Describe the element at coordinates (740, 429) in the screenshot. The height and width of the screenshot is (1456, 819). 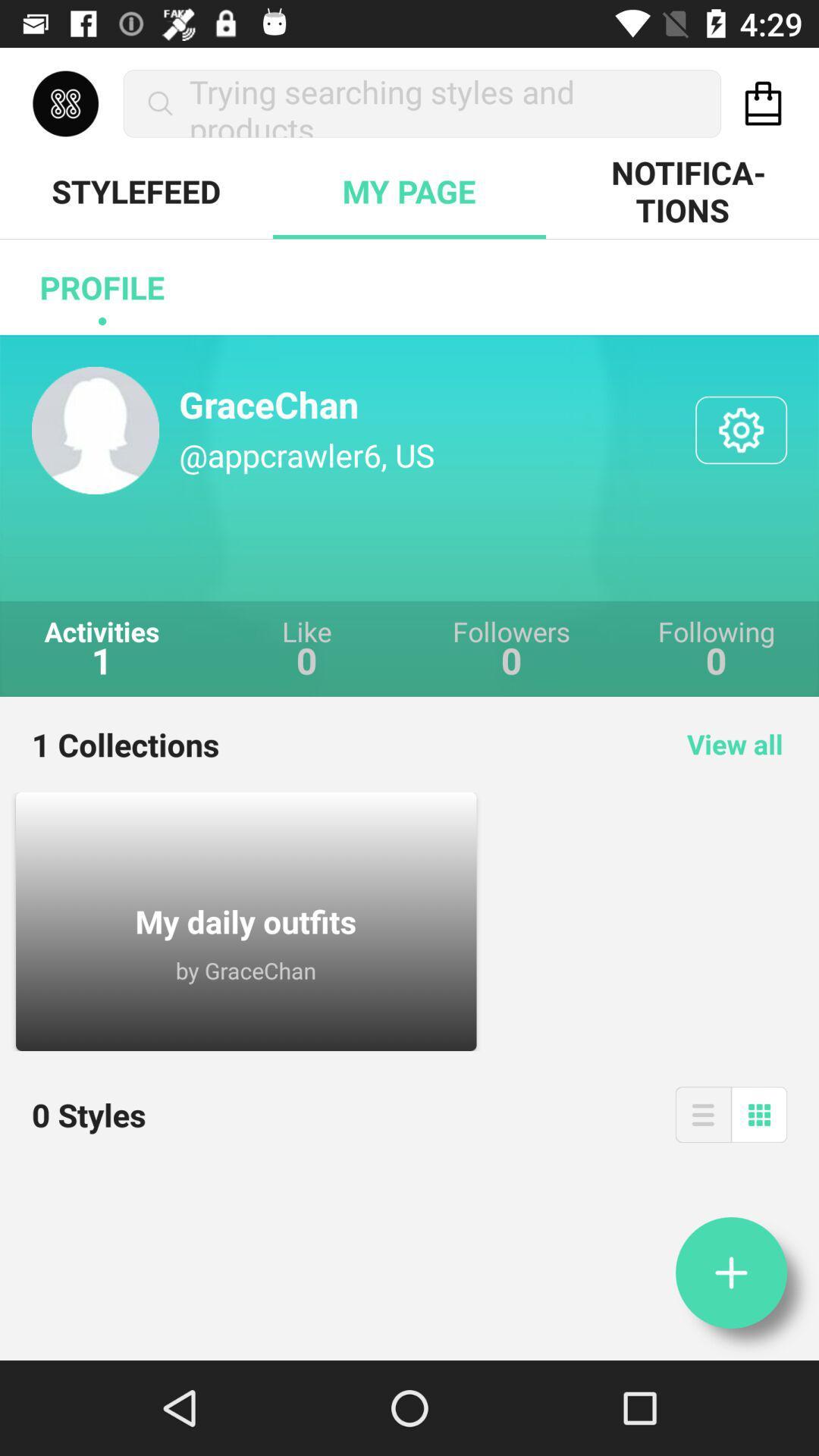
I see `item next to the @appcrawler6, us` at that location.